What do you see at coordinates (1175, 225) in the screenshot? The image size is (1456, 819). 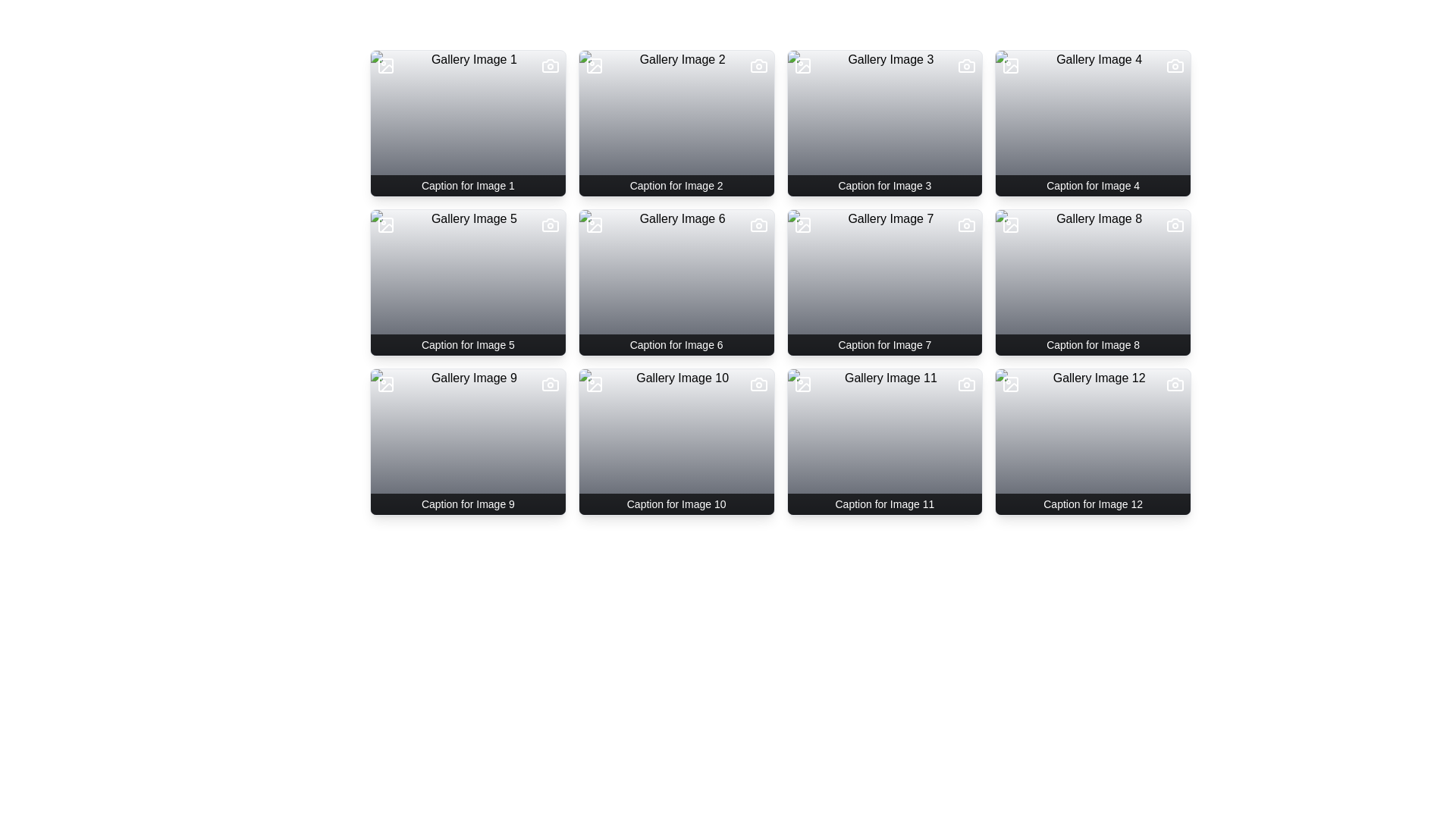 I see `the camera icon located in the top-right corner of the 'Gallery Image 8' tile, which is part of the grid layout in the fourth column and second row` at bounding box center [1175, 225].